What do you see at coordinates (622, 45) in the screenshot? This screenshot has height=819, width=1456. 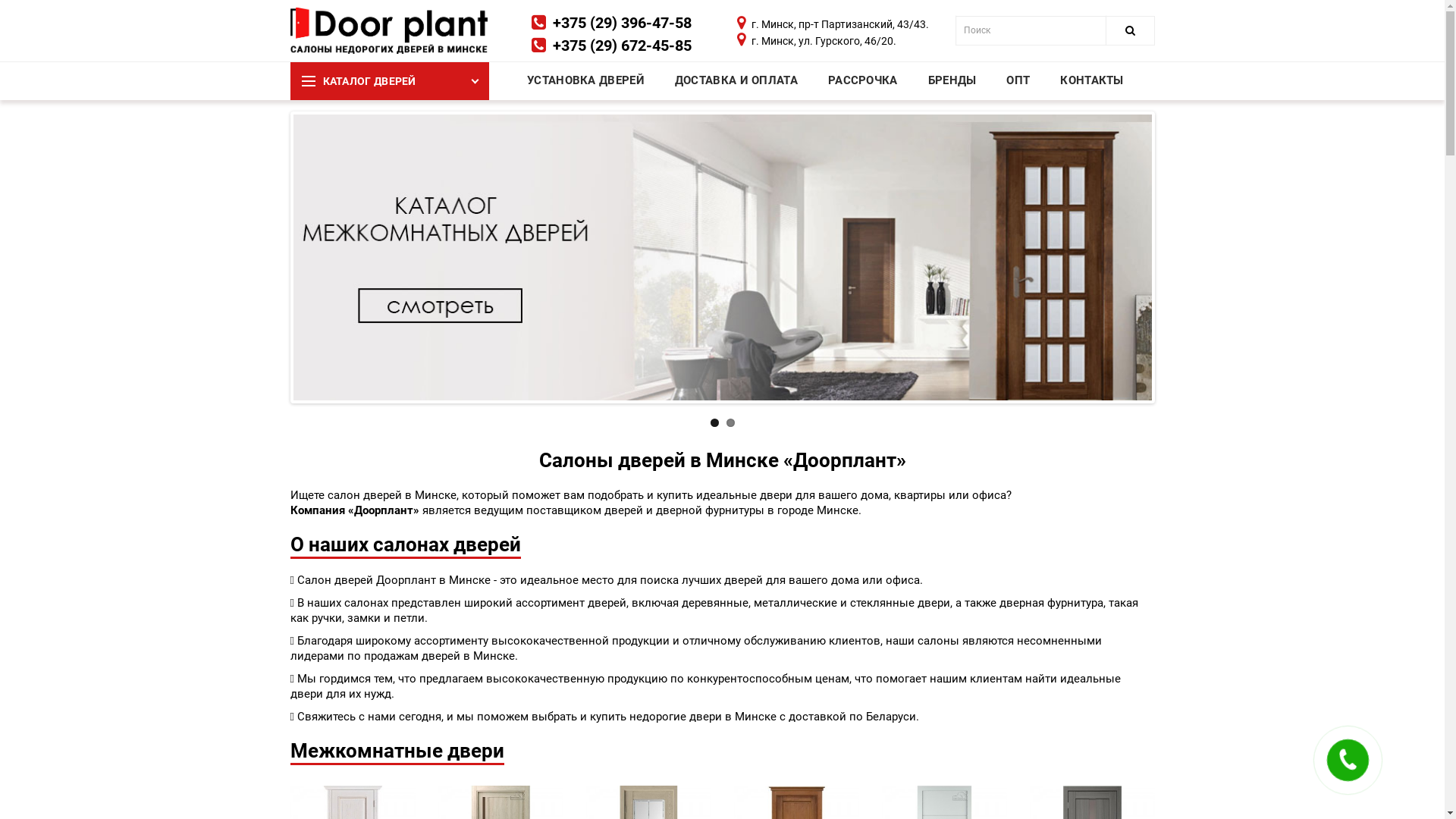 I see `'+375 (29) 672-45-85'` at bounding box center [622, 45].